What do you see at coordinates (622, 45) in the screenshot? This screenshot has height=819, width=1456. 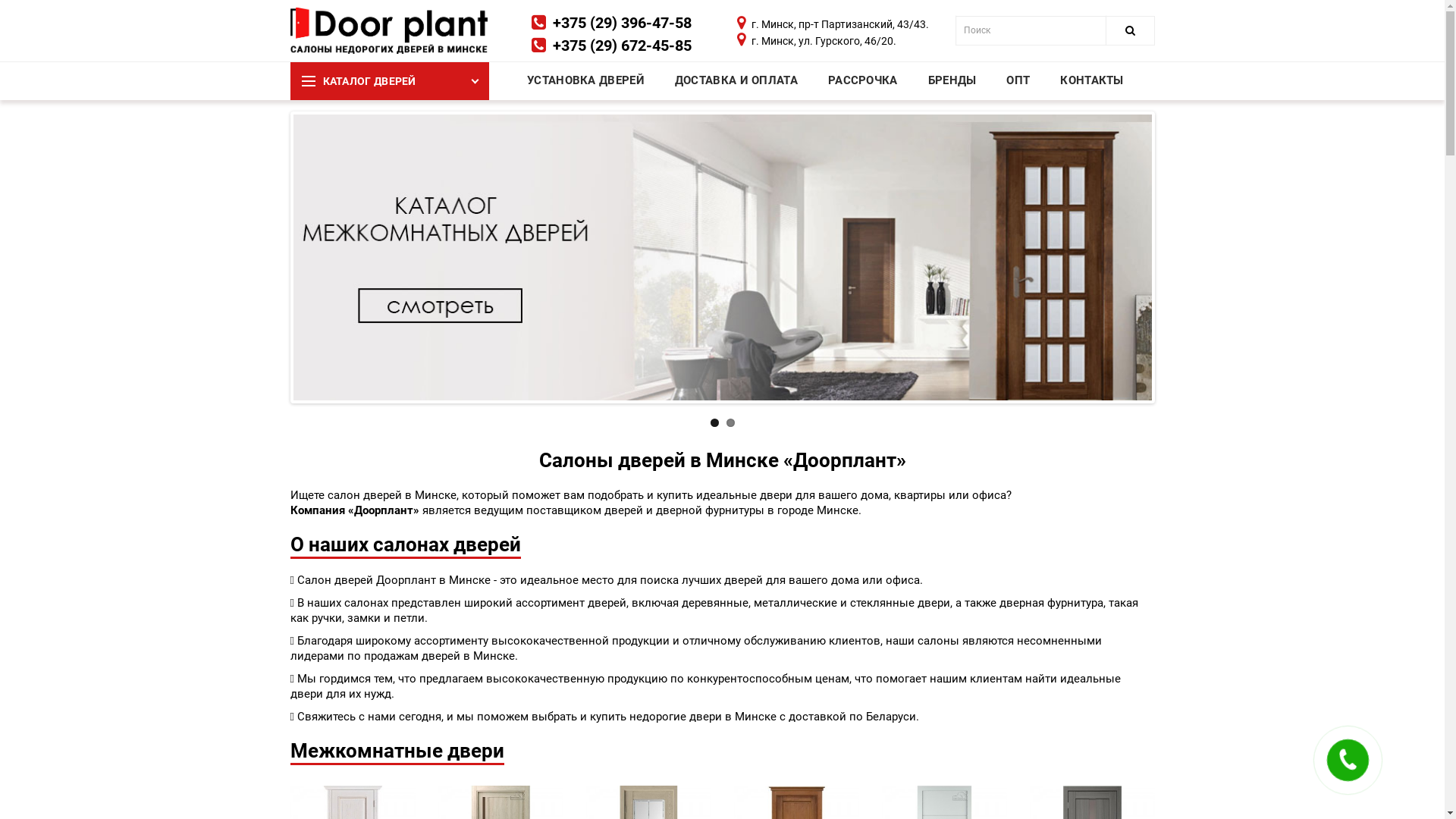 I see `'+375 (29) 672-45-85'` at bounding box center [622, 45].